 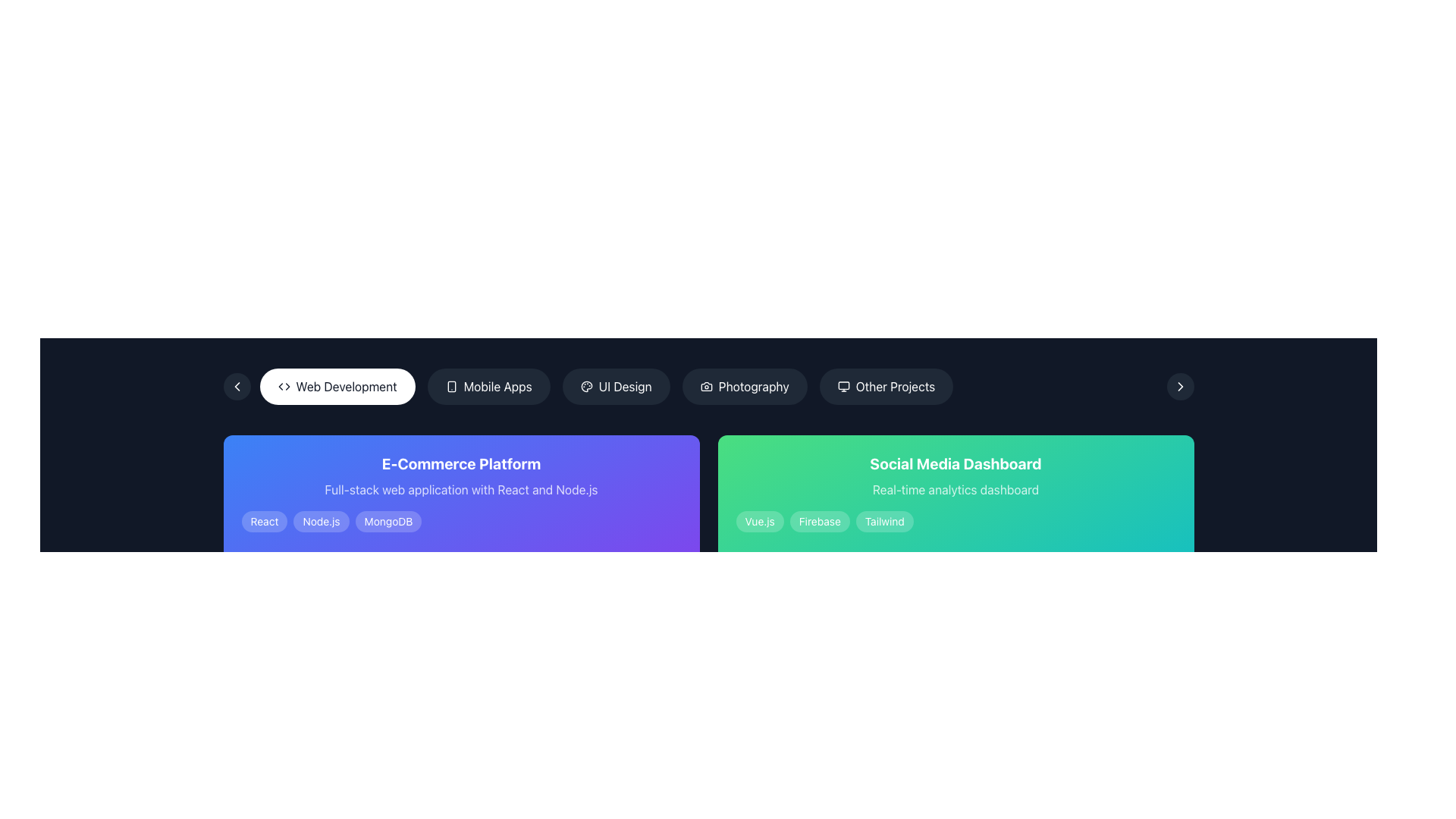 I want to click on the content of the text label displaying the title 'Social Media Dashboard', which is styled in bold white font against a green gradient background, so click(x=955, y=463).